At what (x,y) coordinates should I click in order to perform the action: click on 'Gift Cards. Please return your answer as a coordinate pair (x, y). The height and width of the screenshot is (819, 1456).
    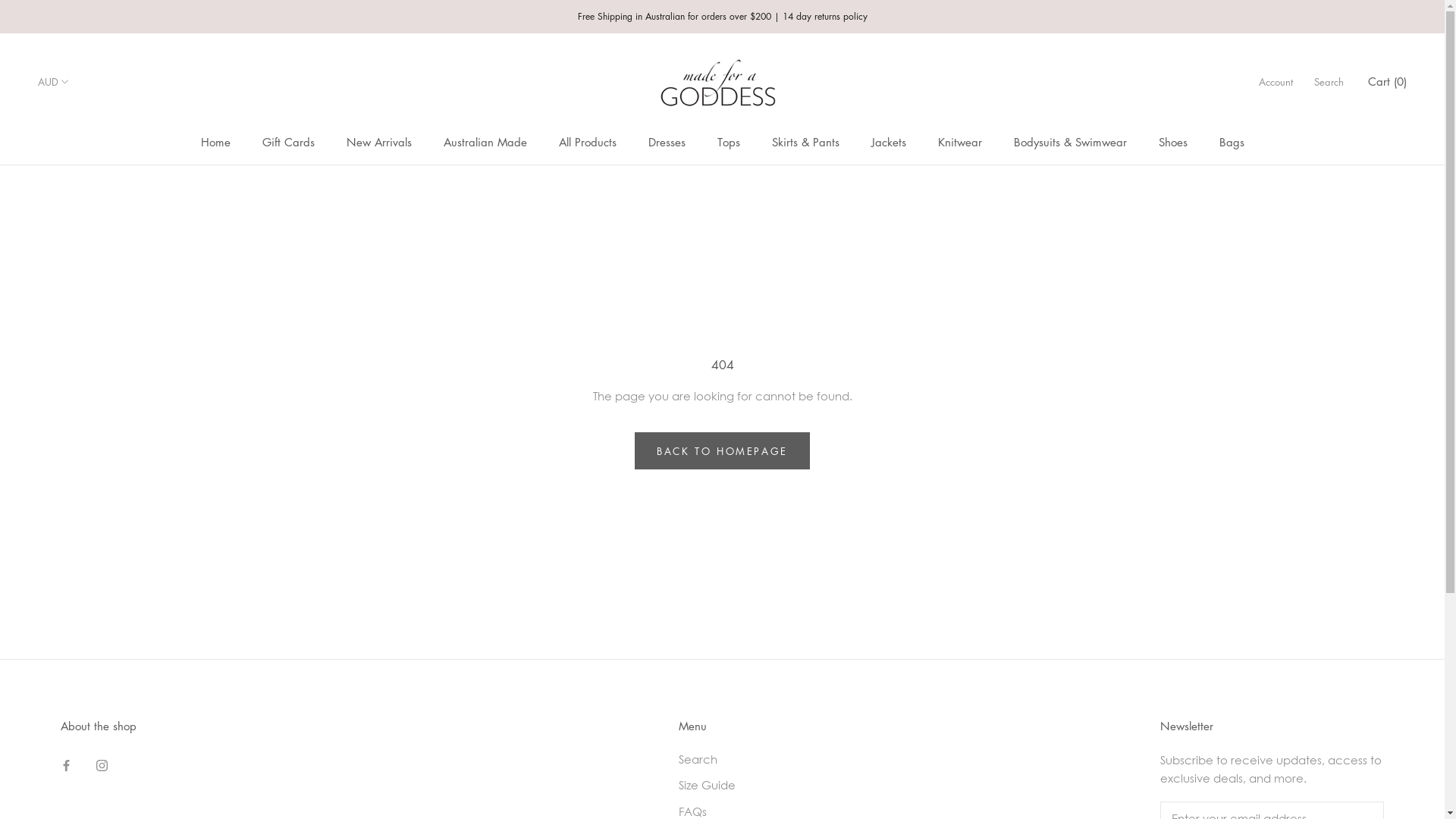
    Looking at the image, I should click on (288, 141).